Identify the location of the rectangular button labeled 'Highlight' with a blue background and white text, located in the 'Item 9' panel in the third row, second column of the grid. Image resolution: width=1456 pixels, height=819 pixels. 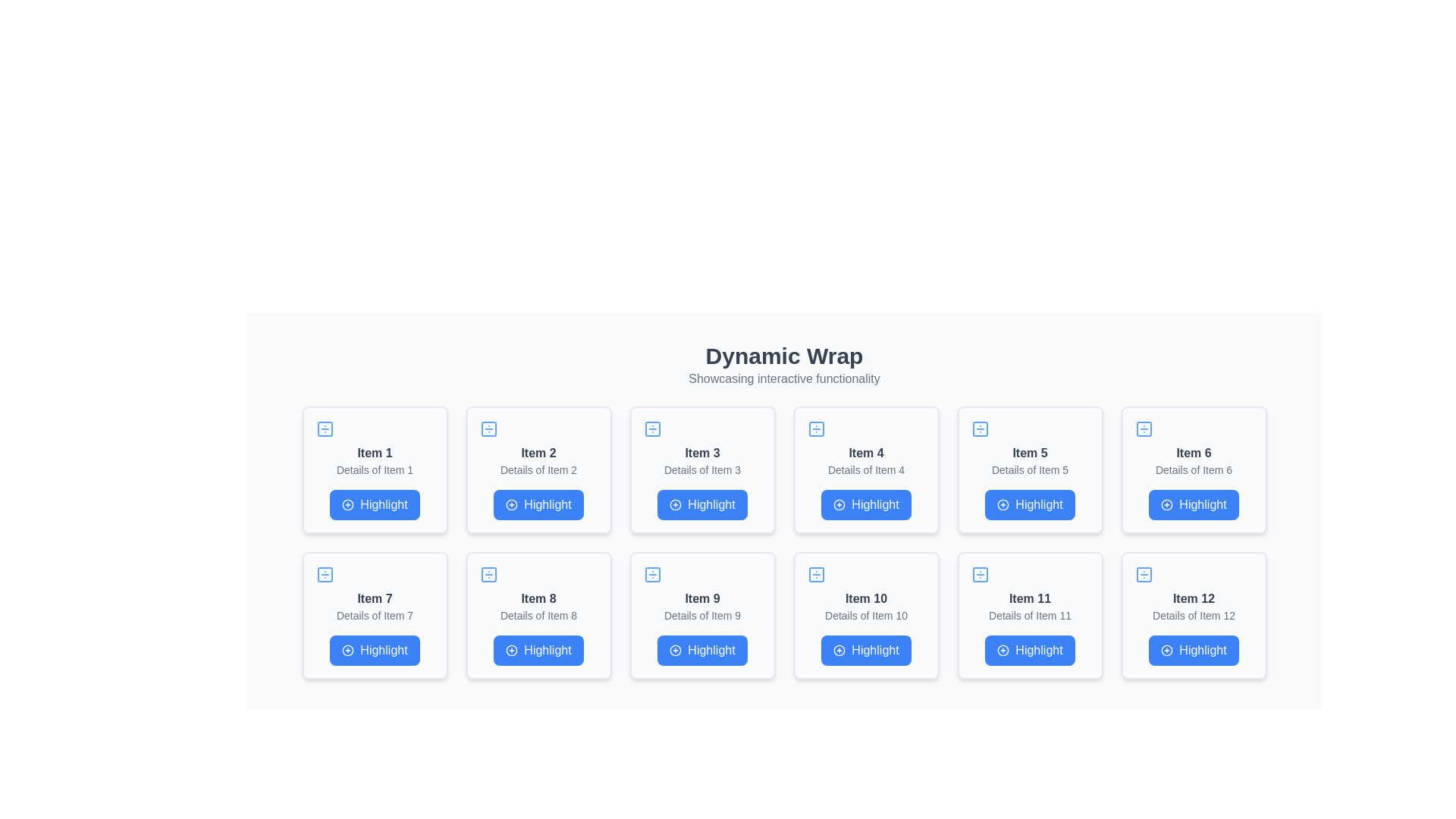
(701, 649).